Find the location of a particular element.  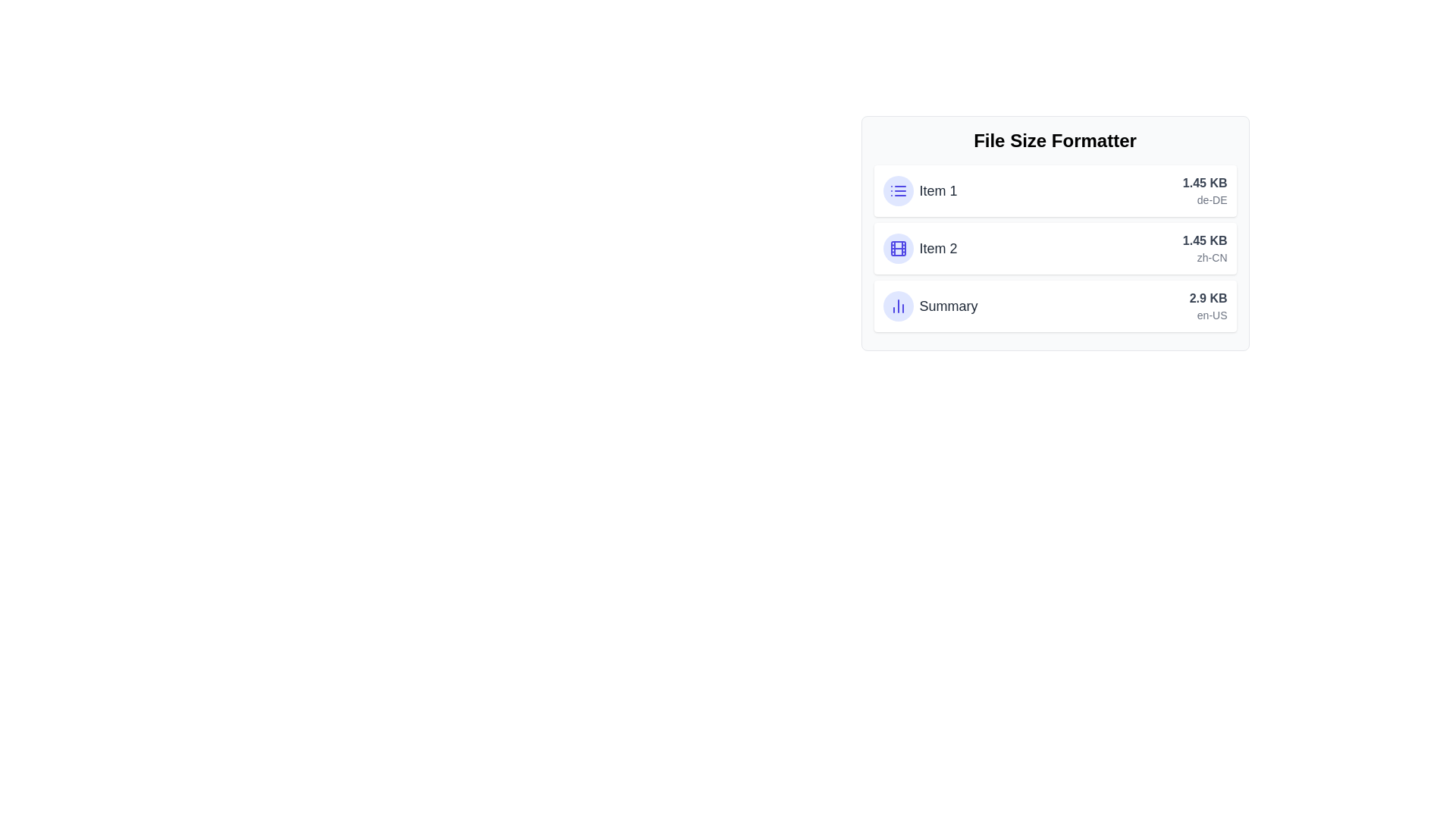

the circular icon with a light indigo background and a list icon inside, located to the left of the list item labeled 'Item 1' is located at coordinates (898, 190).